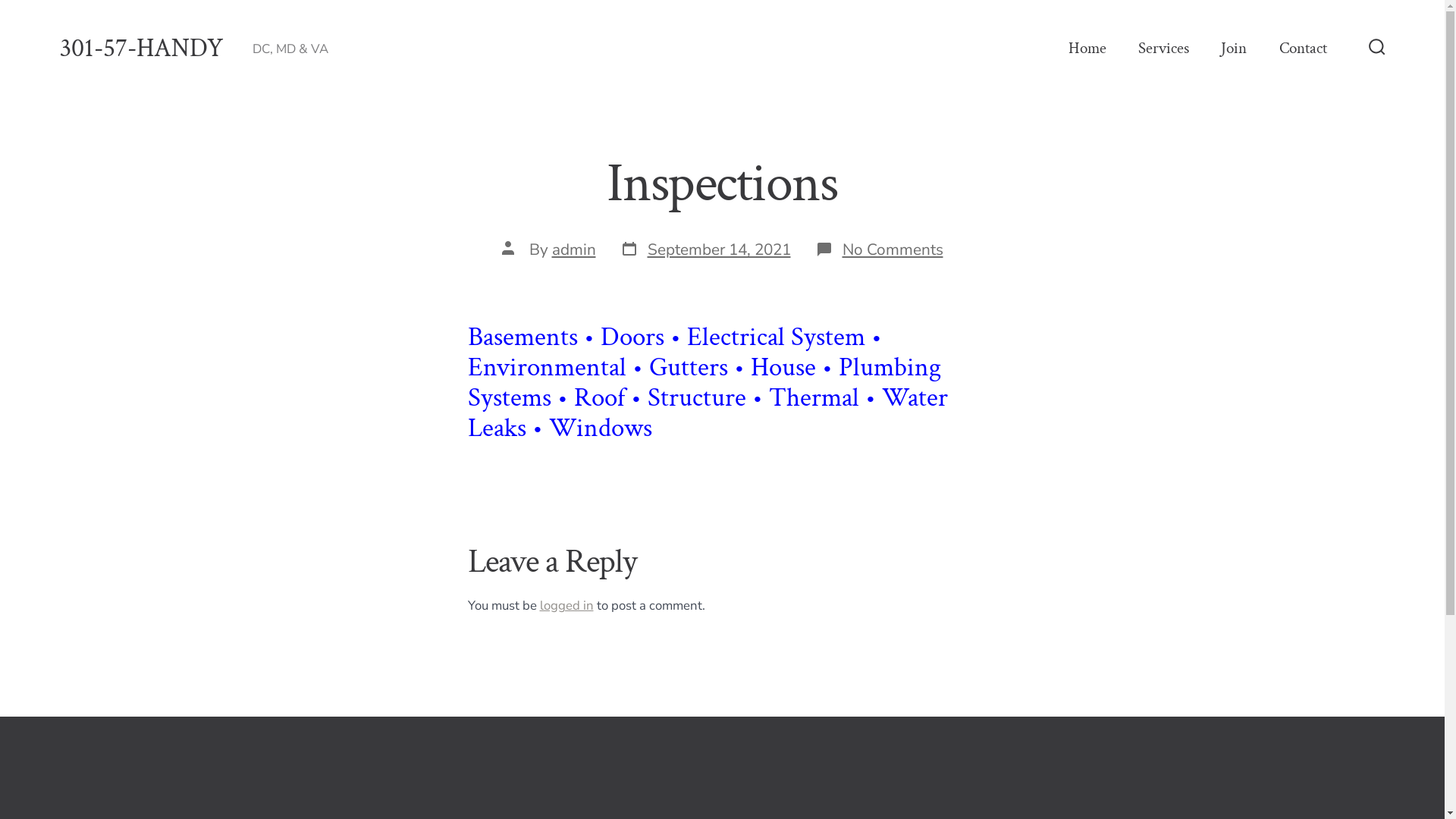 Image resolution: width=1456 pixels, height=819 pixels. What do you see at coordinates (1234, 48) in the screenshot?
I see `'Join'` at bounding box center [1234, 48].